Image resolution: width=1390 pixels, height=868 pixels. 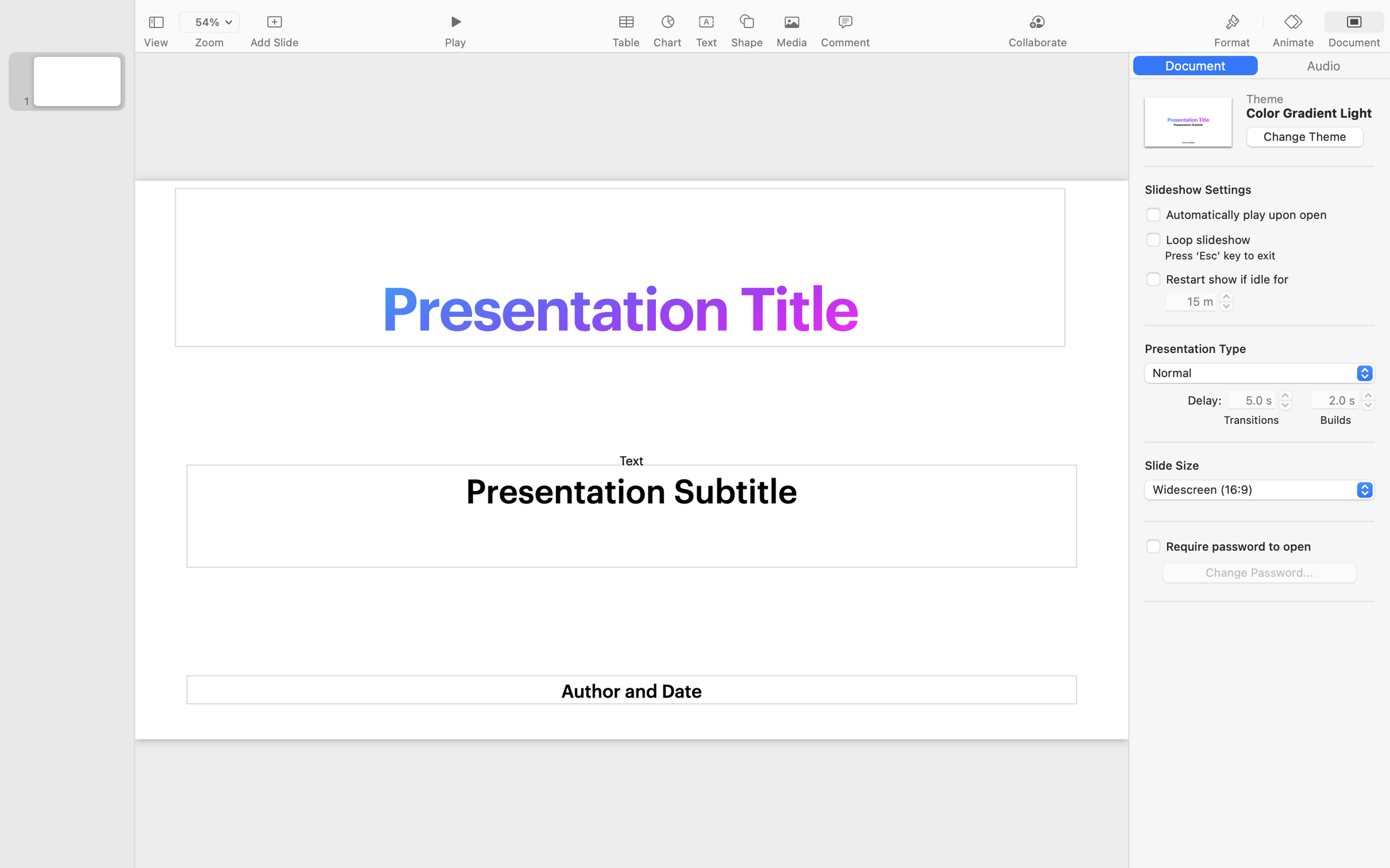 I want to click on 'Widescreen (16:9)', so click(x=1260, y=491).